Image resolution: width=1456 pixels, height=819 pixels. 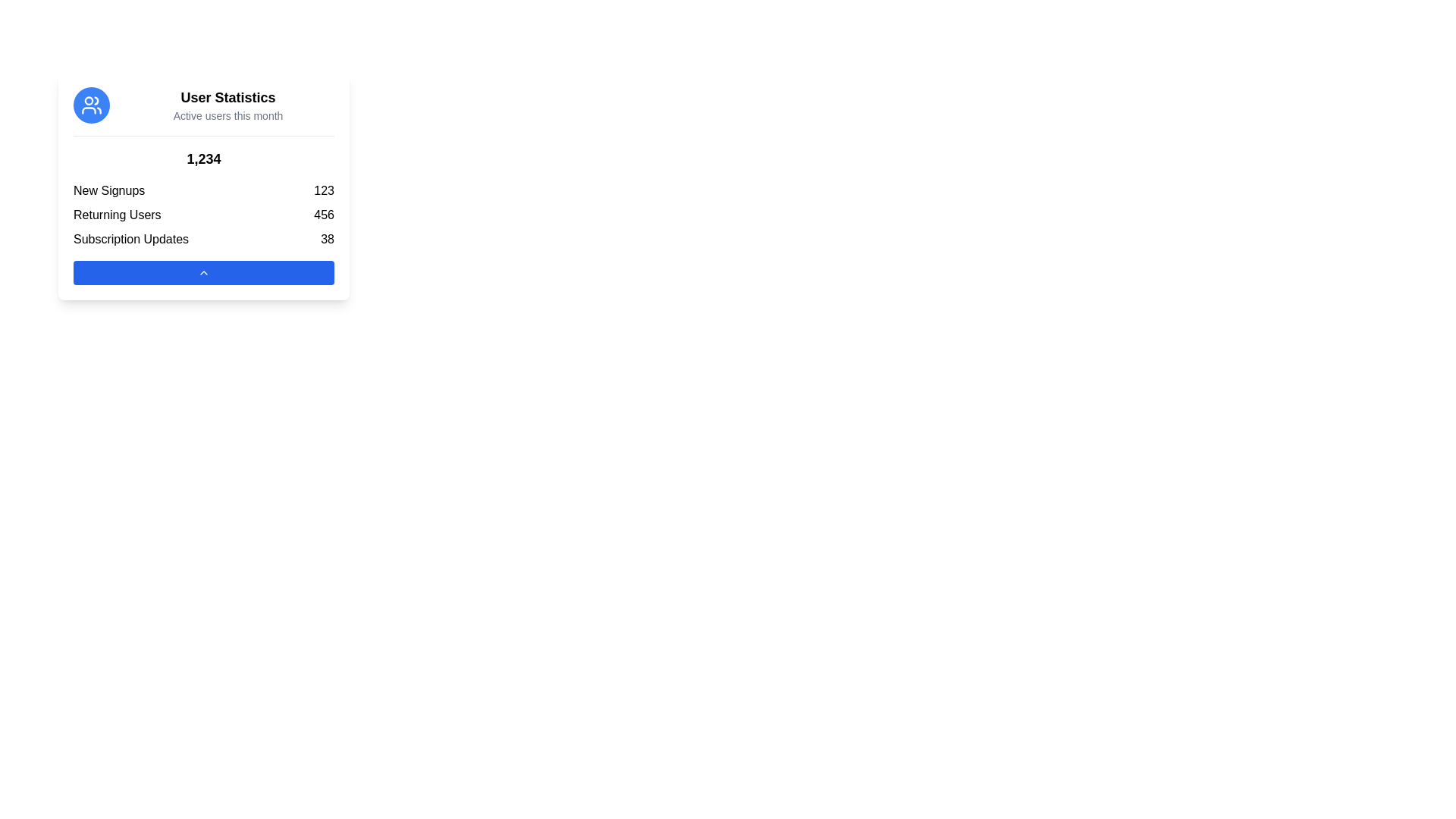 What do you see at coordinates (323, 215) in the screenshot?
I see `the text label displaying the count of returning users in the User Statistics card` at bounding box center [323, 215].